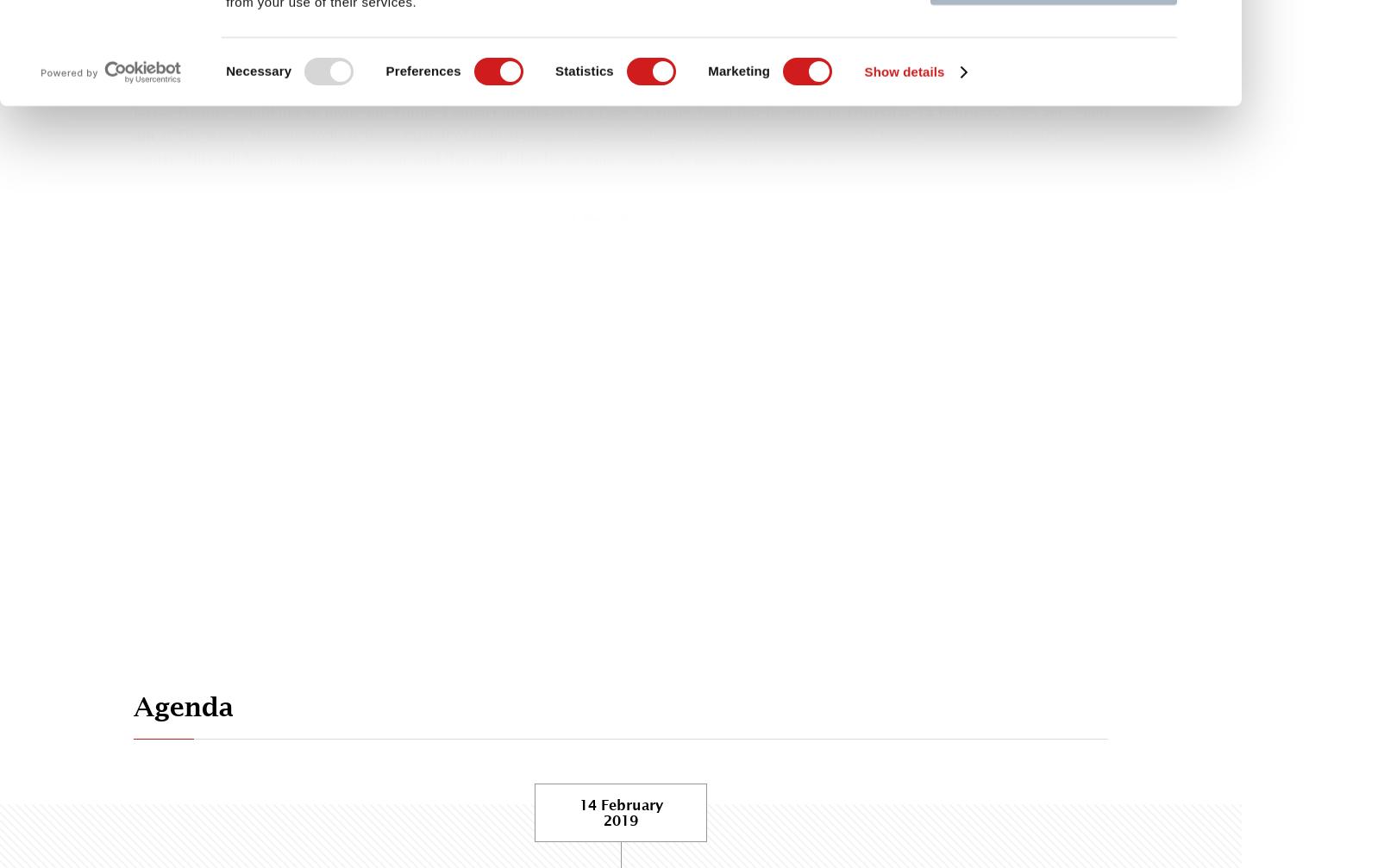 The image size is (1384, 868). What do you see at coordinates (562, 218) in the screenshot?
I see `'Sound:'` at bounding box center [562, 218].